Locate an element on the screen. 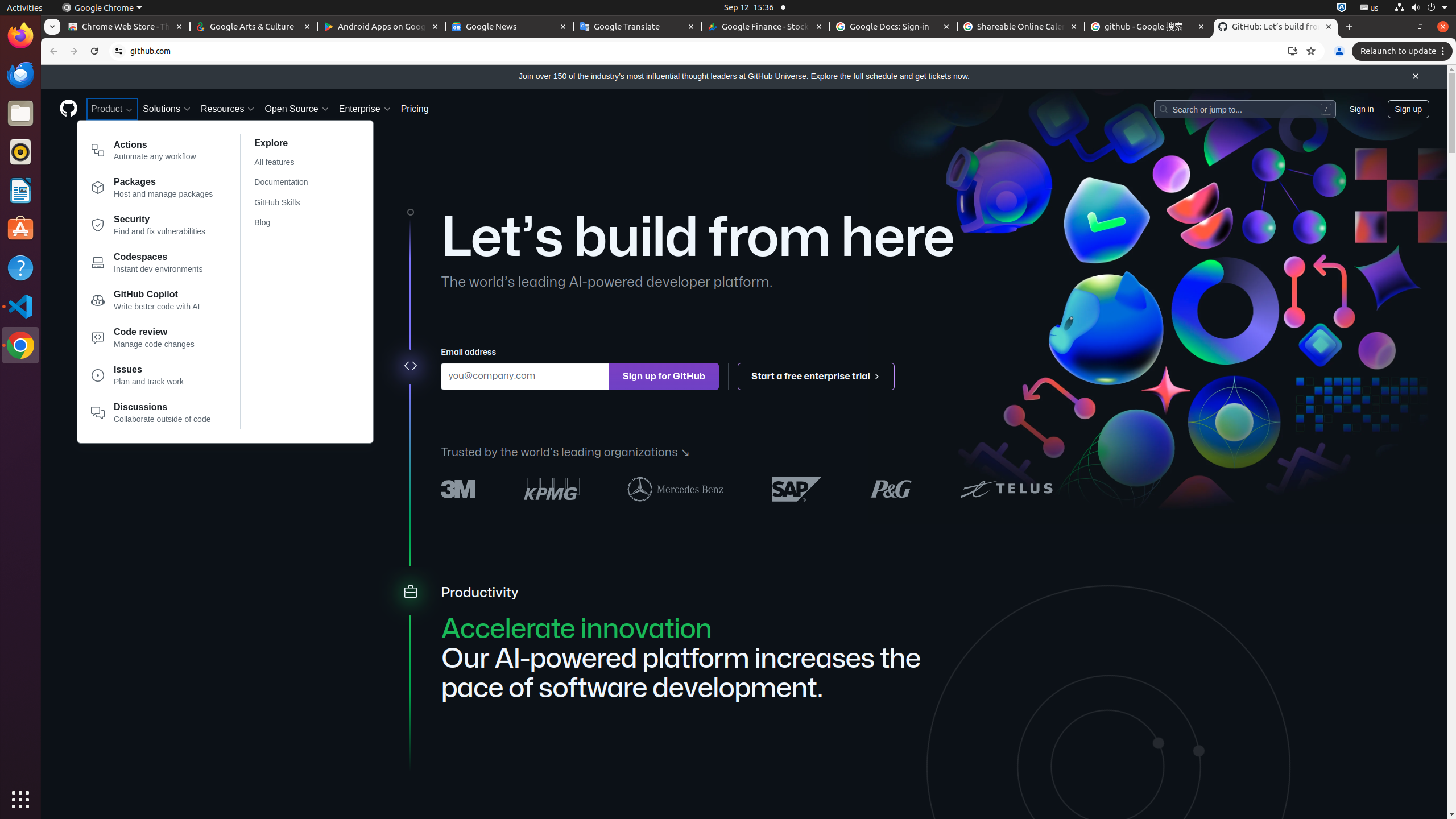 The image size is (1456, 819). 'System' is located at coordinates (1421, 7).